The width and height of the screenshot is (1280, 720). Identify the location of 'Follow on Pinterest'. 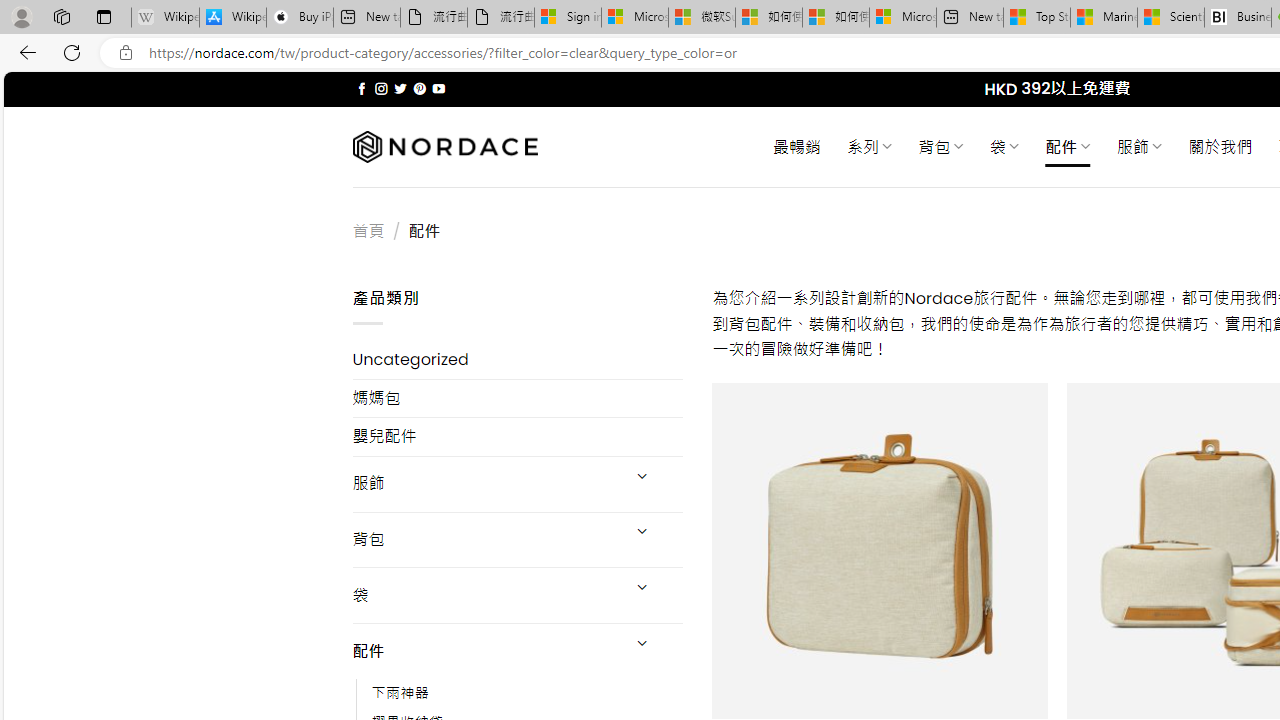
(418, 88).